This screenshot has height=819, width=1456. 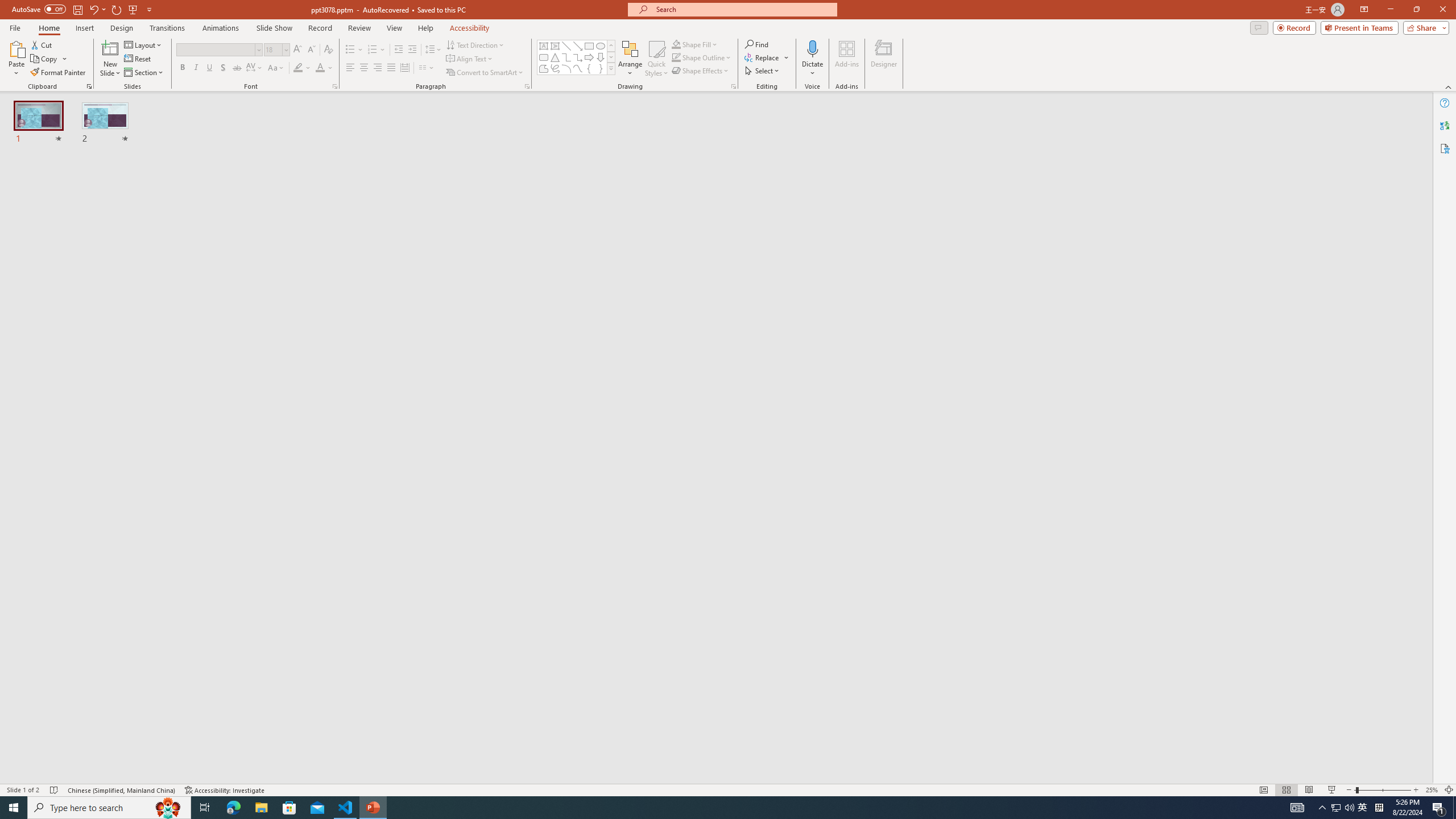 What do you see at coordinates (1431, 790) in the screenshot?
I see `'Zoom 25%'` at bounding box center [1431, 790].